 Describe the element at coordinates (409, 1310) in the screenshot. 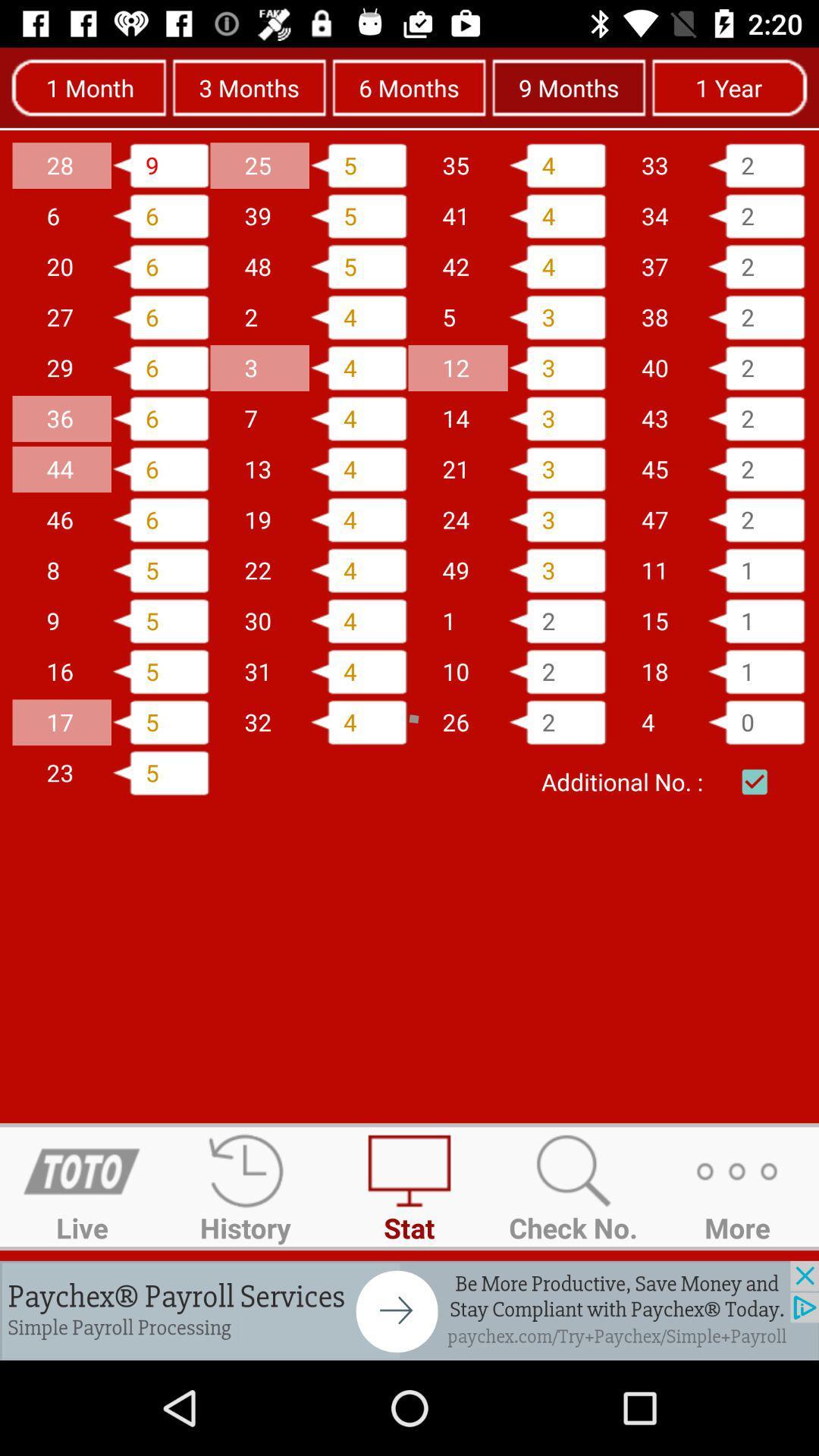

I see `open advertisement` at that location.